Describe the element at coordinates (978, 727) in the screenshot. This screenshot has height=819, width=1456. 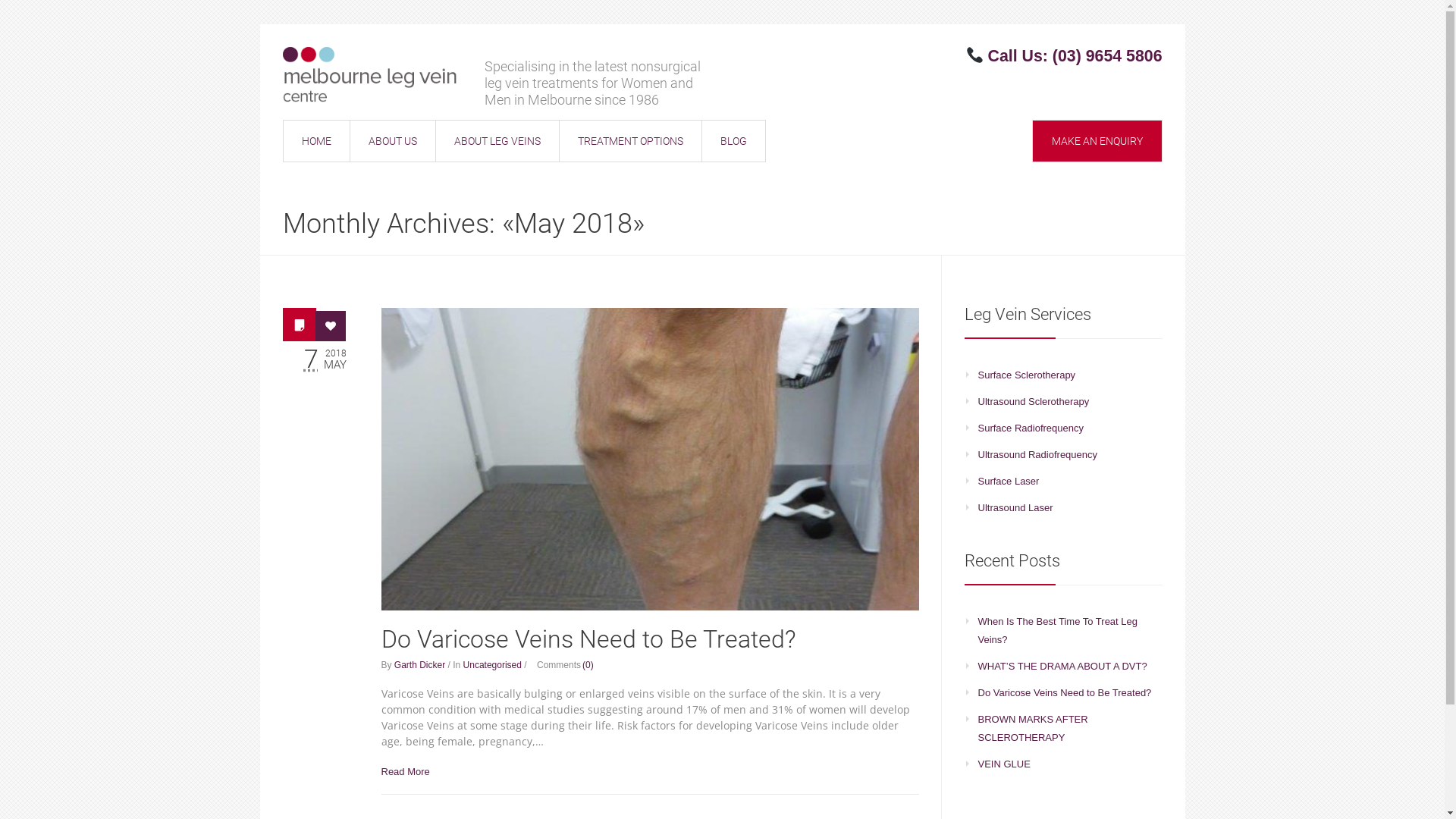
I see `'BROWN MARKS AFTER SCLEROTHERAPY'` at that location.